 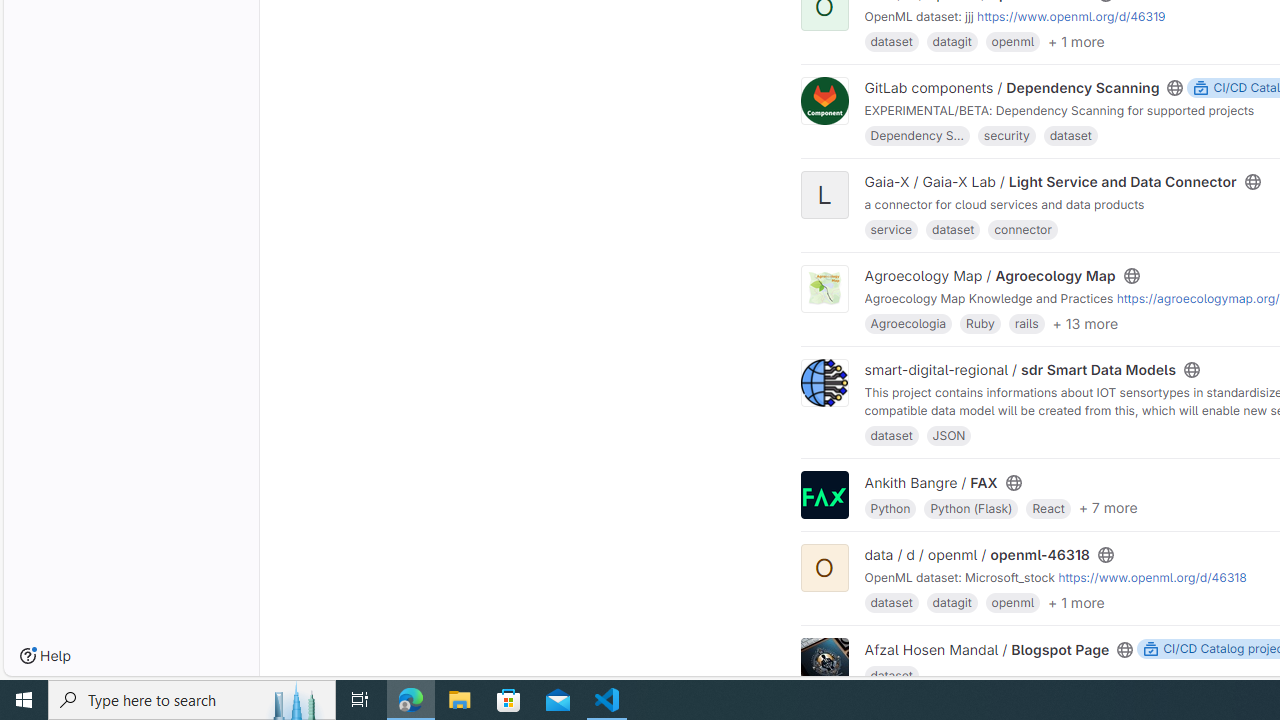 I want to click on 'Python', so click(x=889, y=506).